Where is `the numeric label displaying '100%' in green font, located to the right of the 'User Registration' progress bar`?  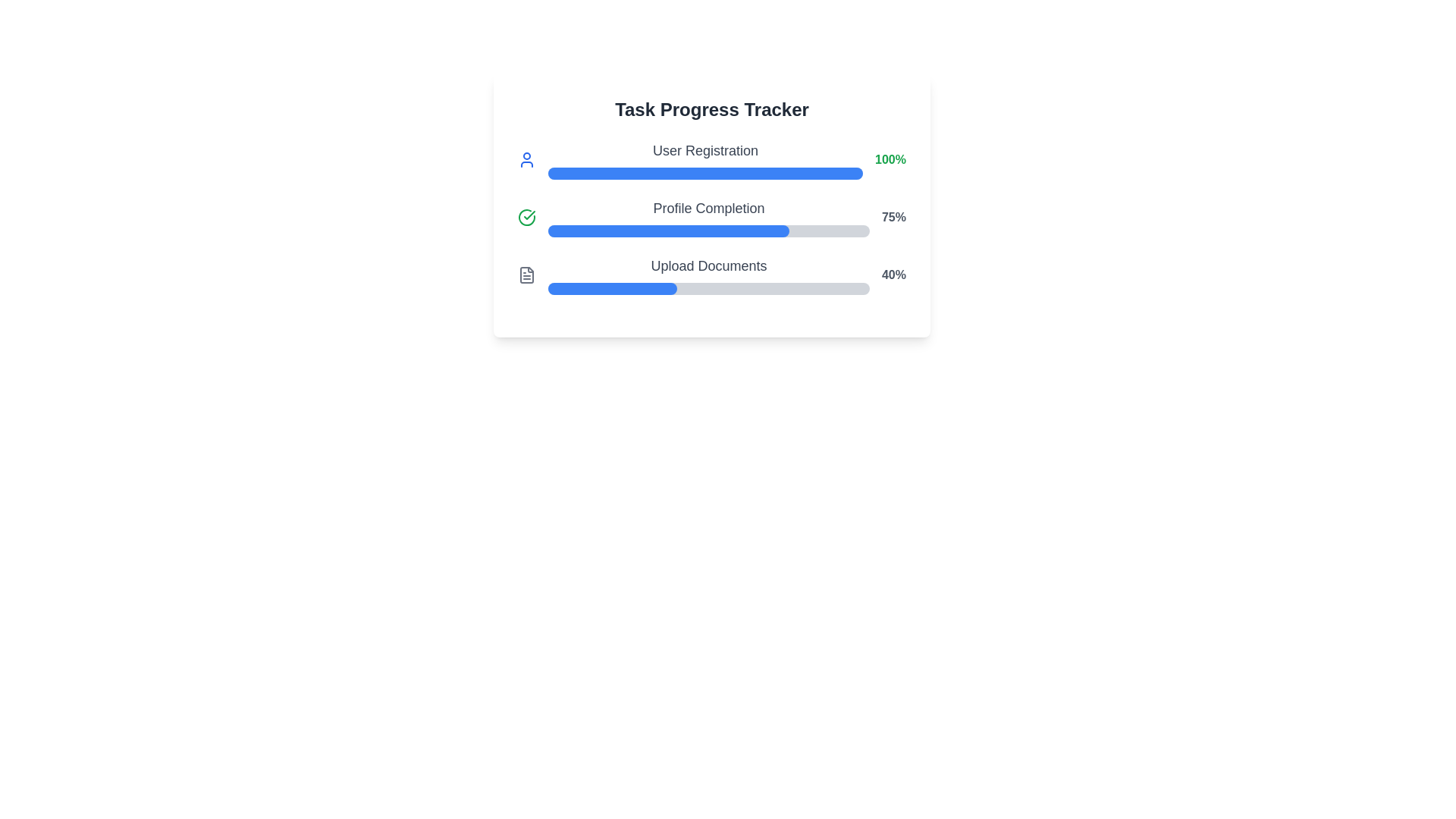
the numeric label displaying '100%' in green font, located to the right of the 'User Registration' progress bar is located at coordinates (890, 160).